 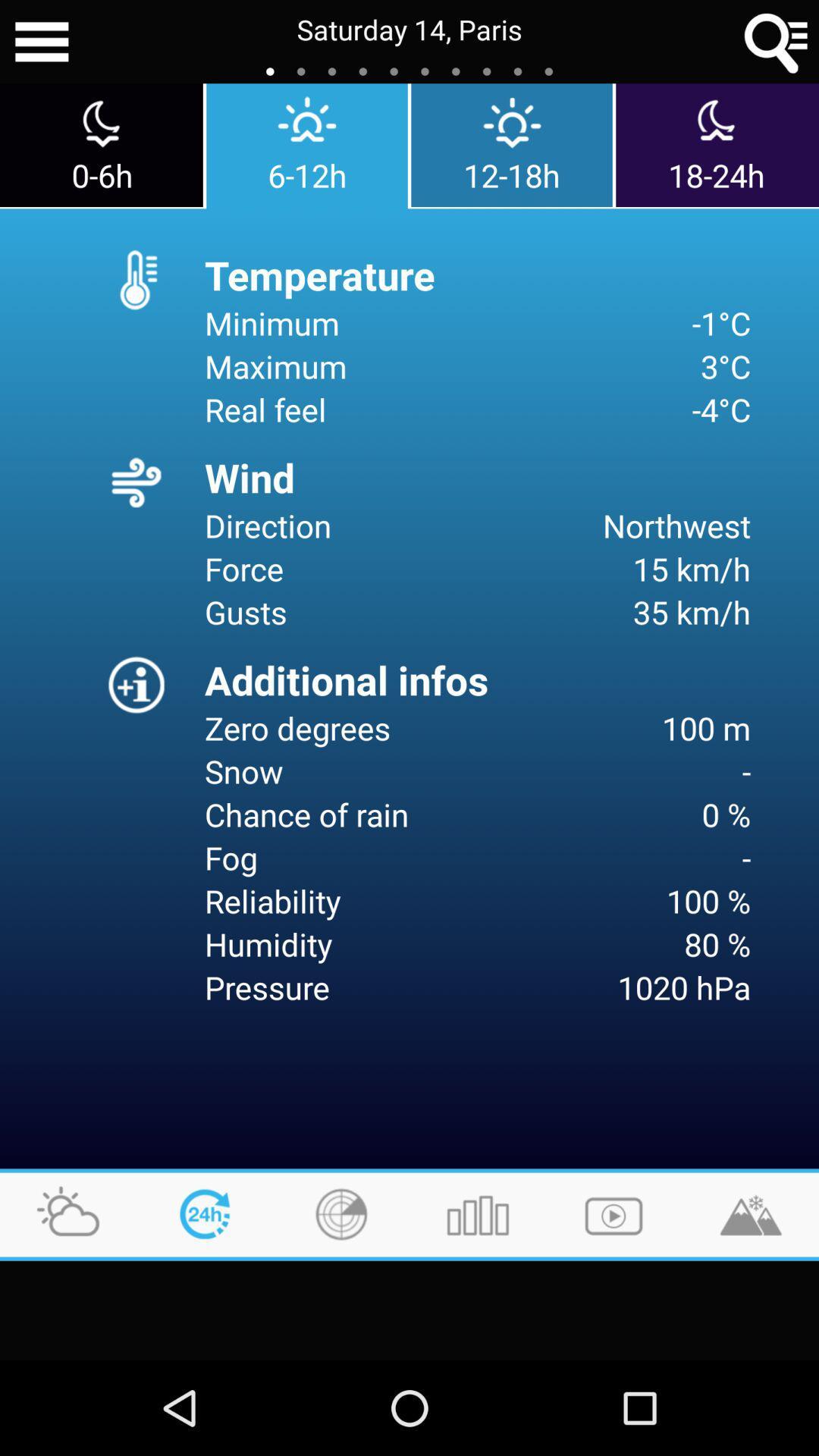 I want to click on item to the right of 6-12h icon, so click(x=512, y=145).